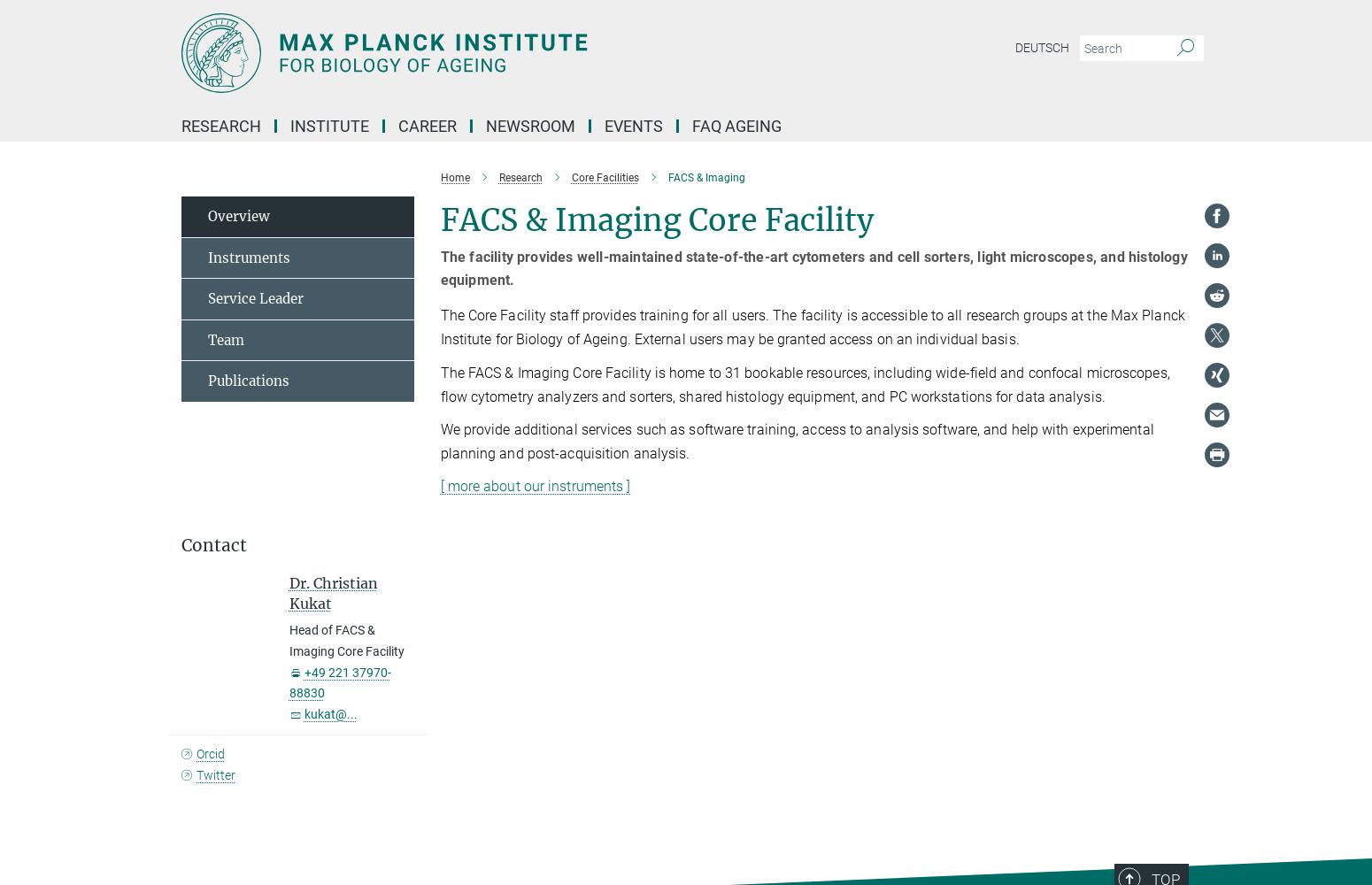 The height and width of the screenshot is (885, 1372). Describe the element at coordinates (543, 391) in the screenshot. I see `'Matić'` at that location.